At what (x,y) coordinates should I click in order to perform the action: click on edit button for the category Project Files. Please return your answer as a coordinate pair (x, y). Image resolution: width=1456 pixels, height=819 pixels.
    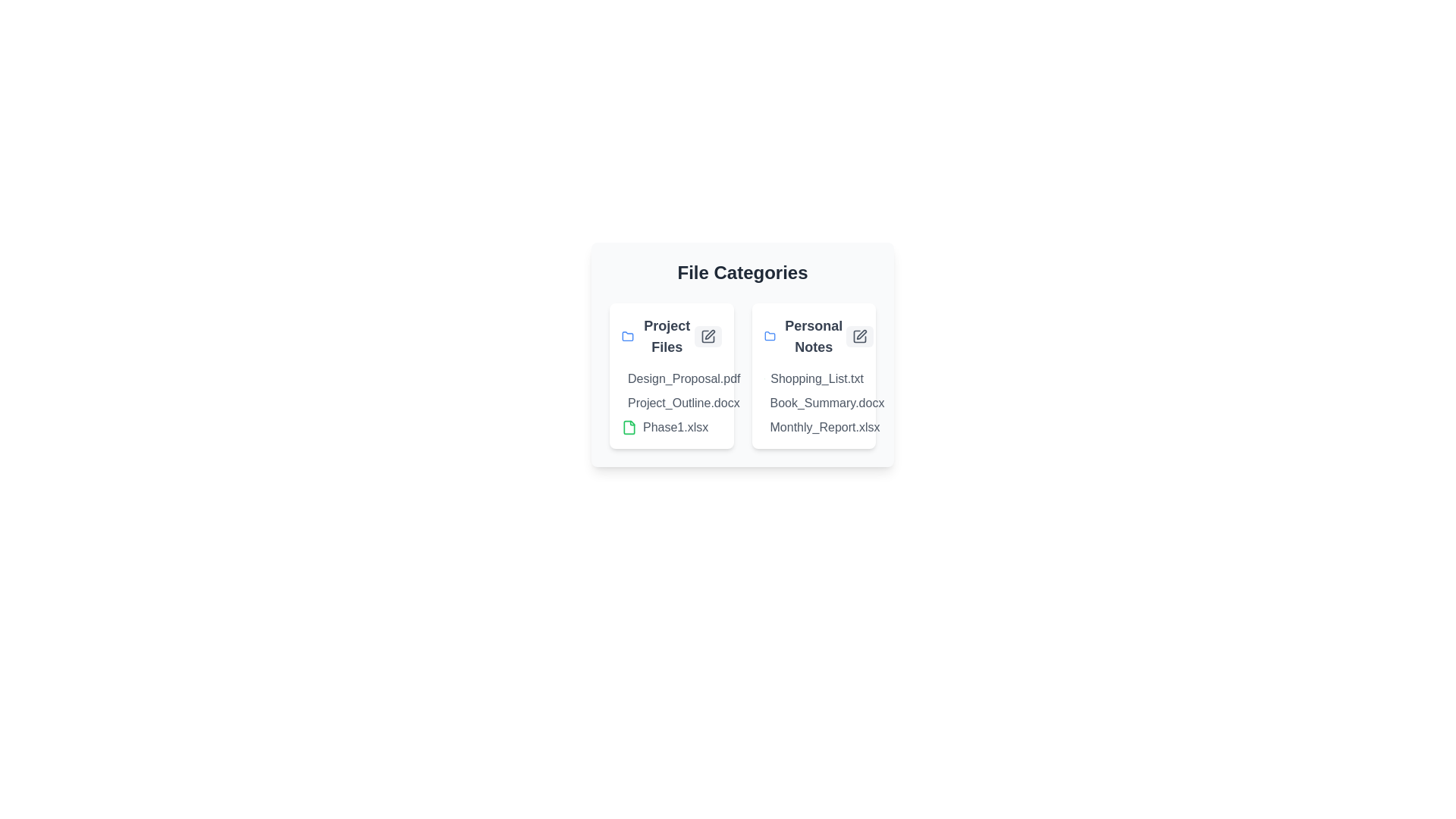
    Looking at the image, I should click on (707, 335).